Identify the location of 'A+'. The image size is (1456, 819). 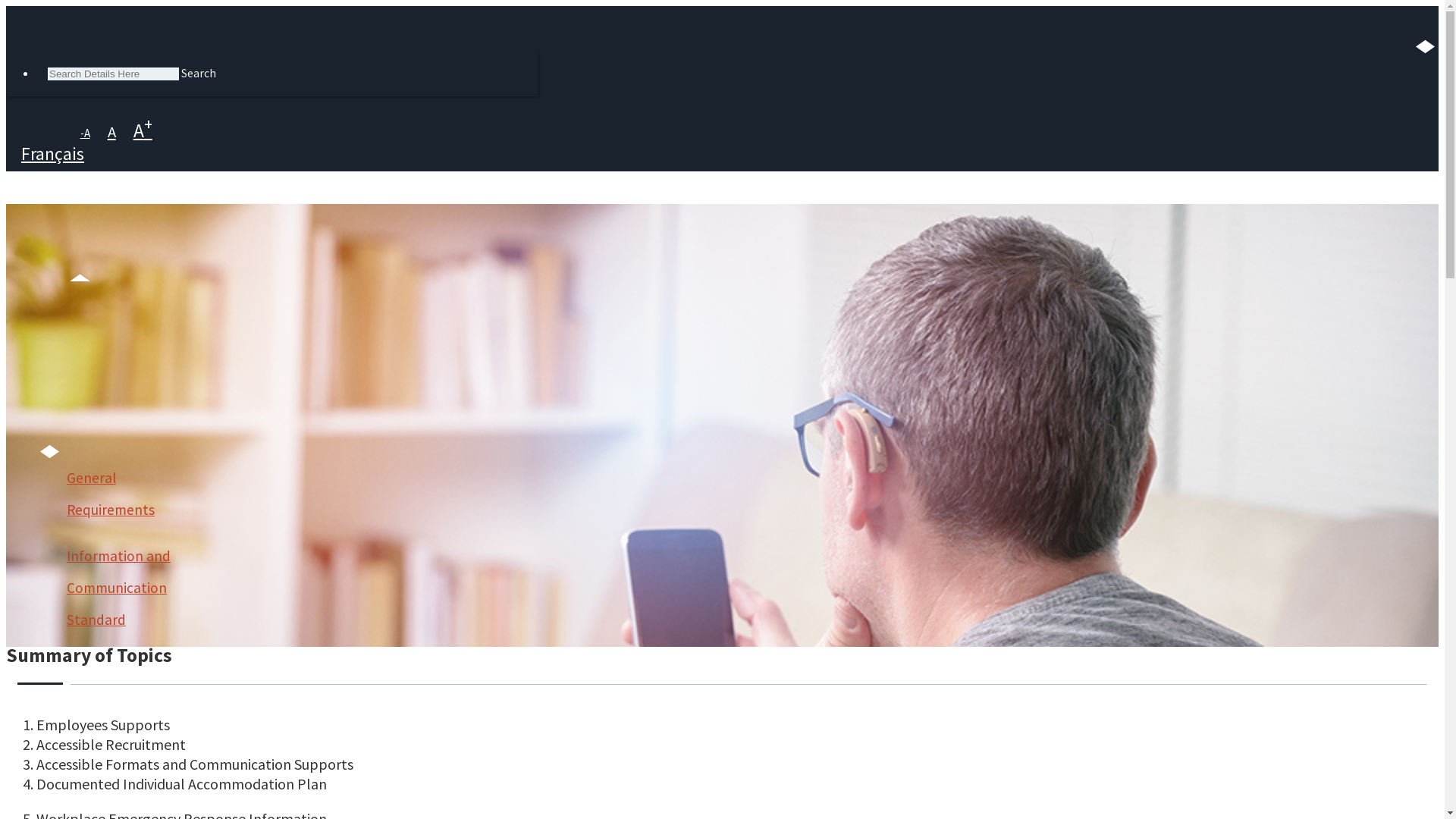
(126, 130).